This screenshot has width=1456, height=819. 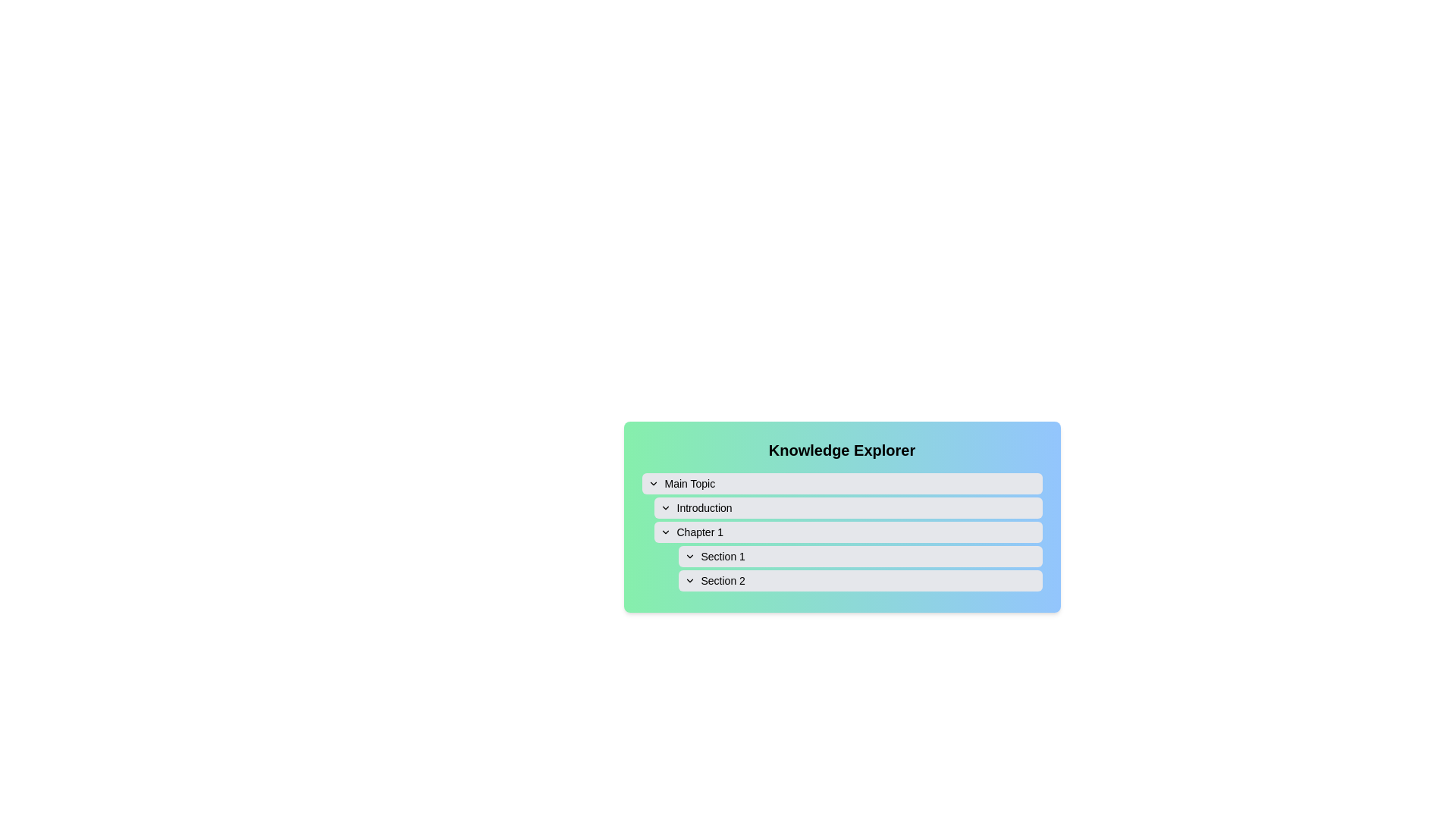 I want to click on the toggle button labeled 'Chapter 1' to interact with this section, which is styled as a list item with rounded corners and a light gray background, so click(x=847, y=532).